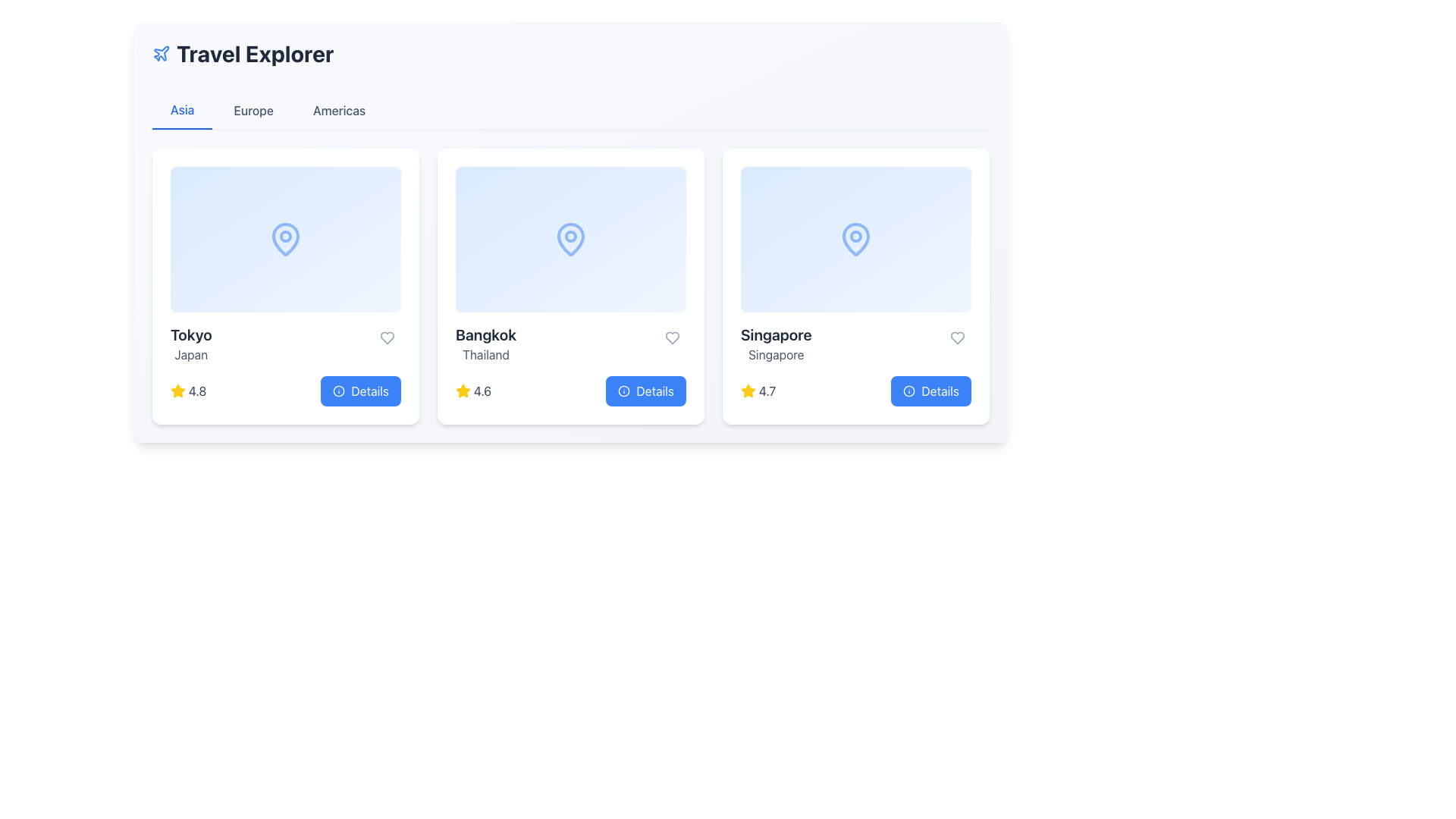 Image resolution: width=1456 pixels, height=819 pixels. I want to click on the golden star-shaped icon located inside the panel for 'Tokyo, Japan' under the 'Asia' section, so click(178, 391).